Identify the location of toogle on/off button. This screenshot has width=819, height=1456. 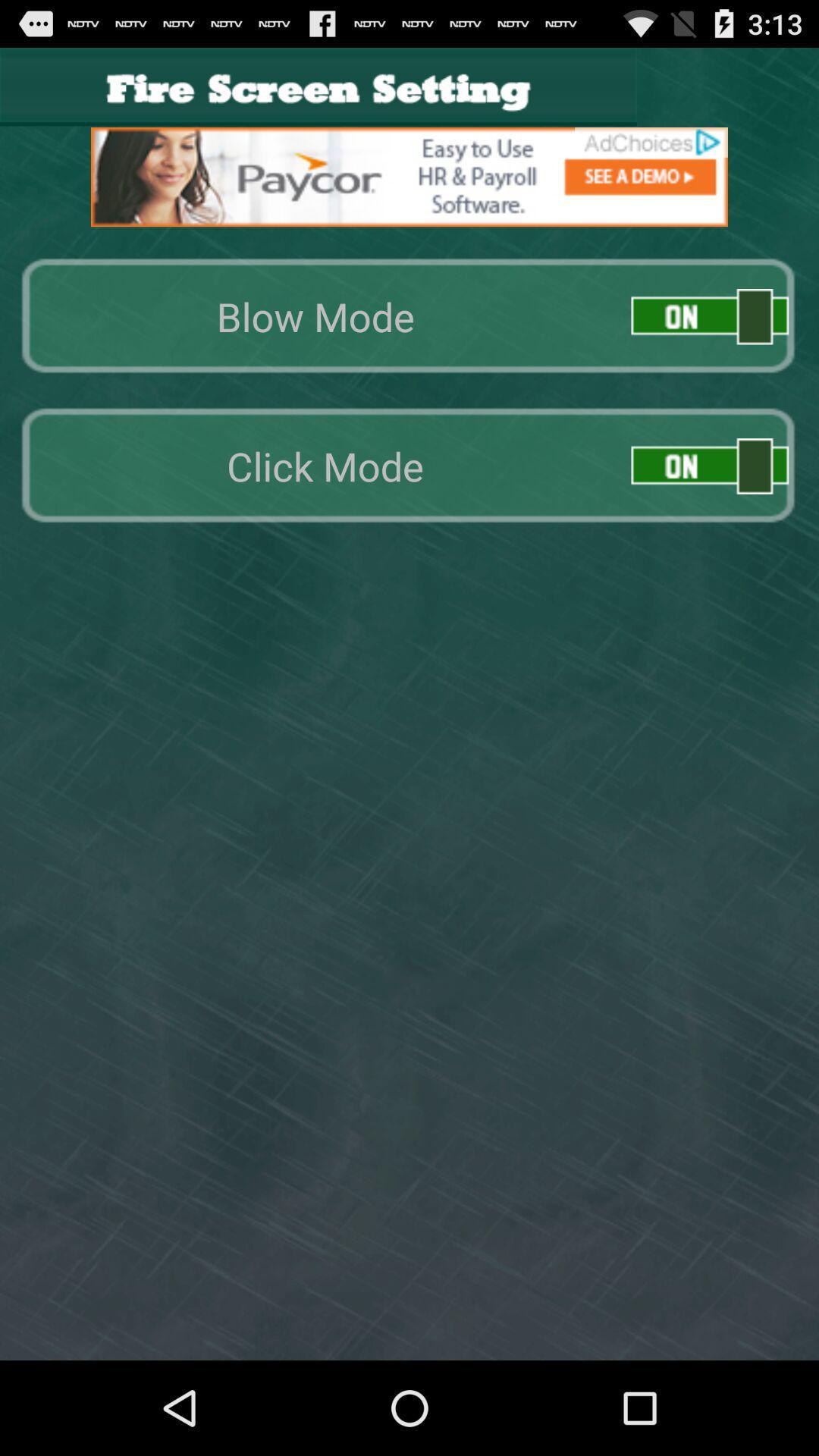
(710, 315).